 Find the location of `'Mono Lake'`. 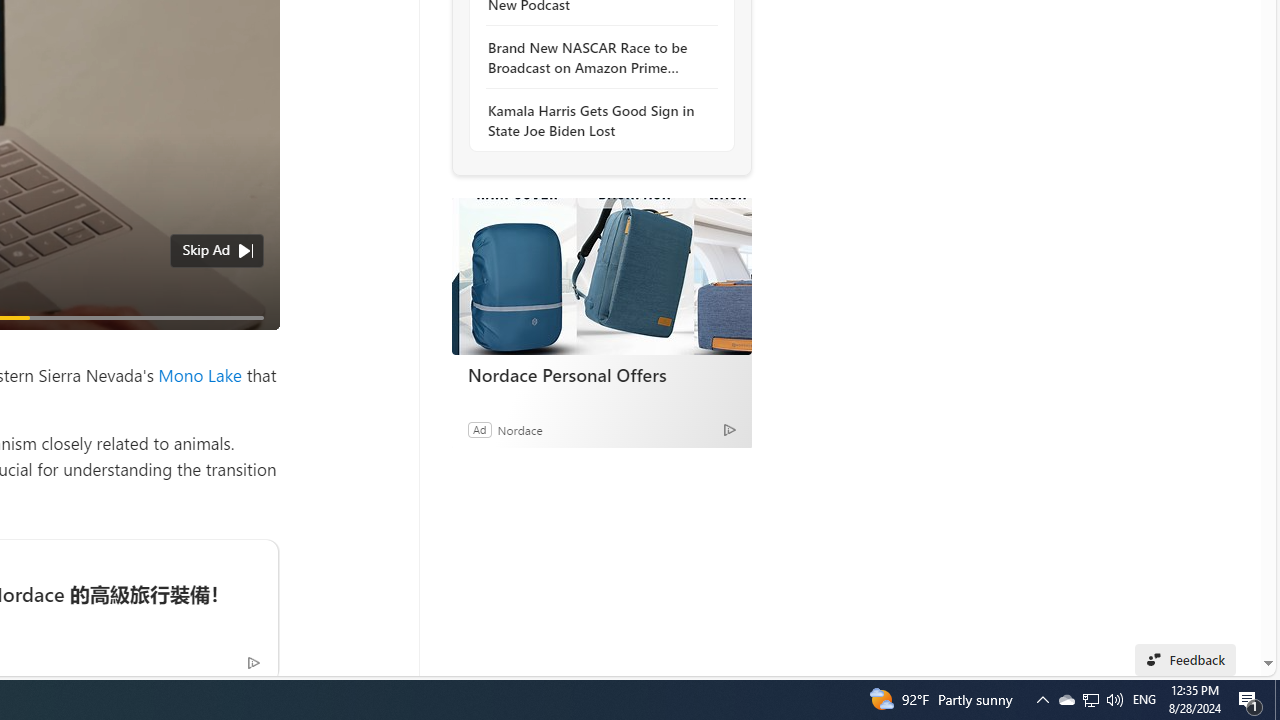

'Mono Lake' is located at coordinates (200, 374).